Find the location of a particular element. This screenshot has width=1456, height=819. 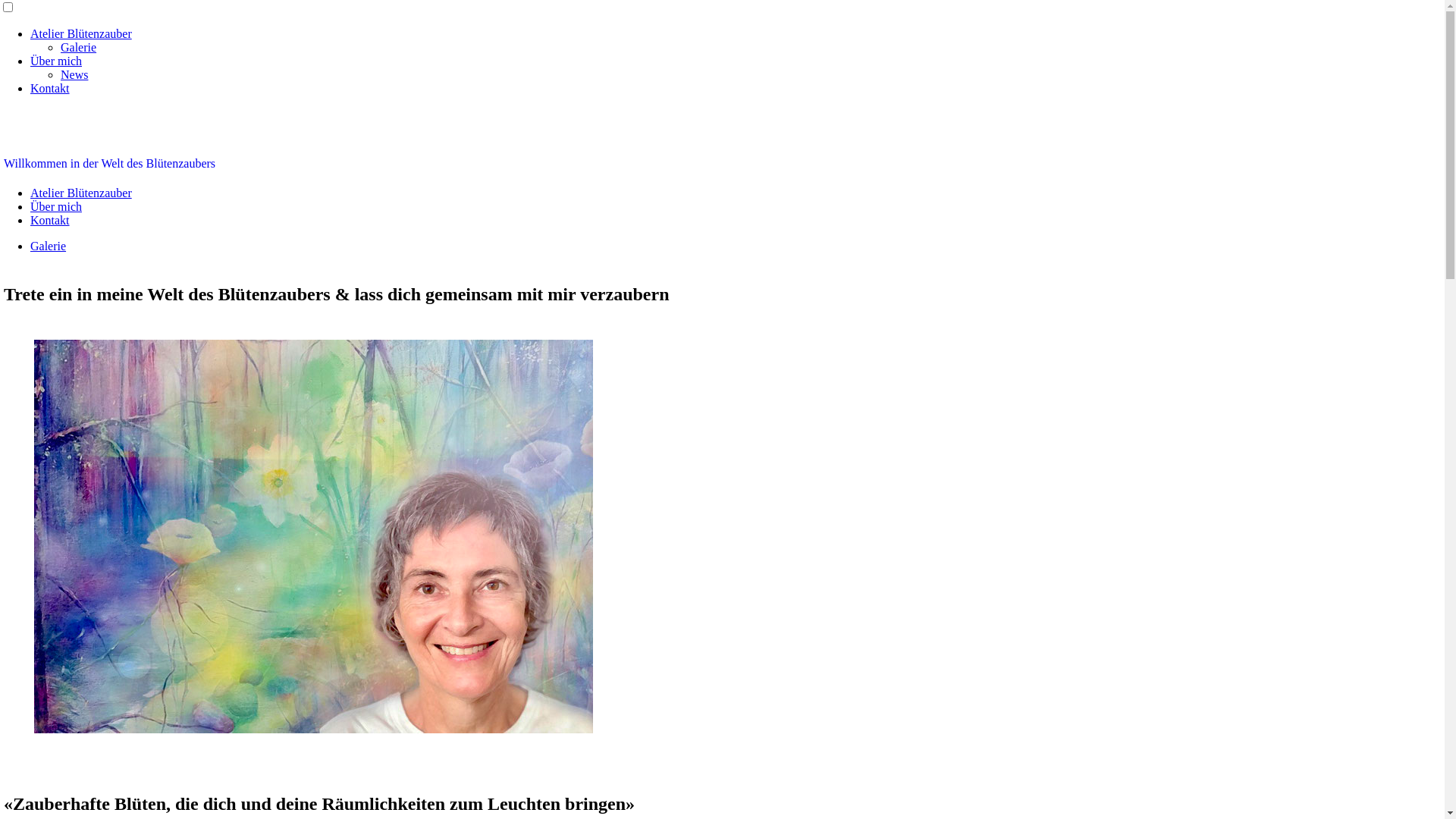

'Kontakt' is located at coordinates (50, 220).